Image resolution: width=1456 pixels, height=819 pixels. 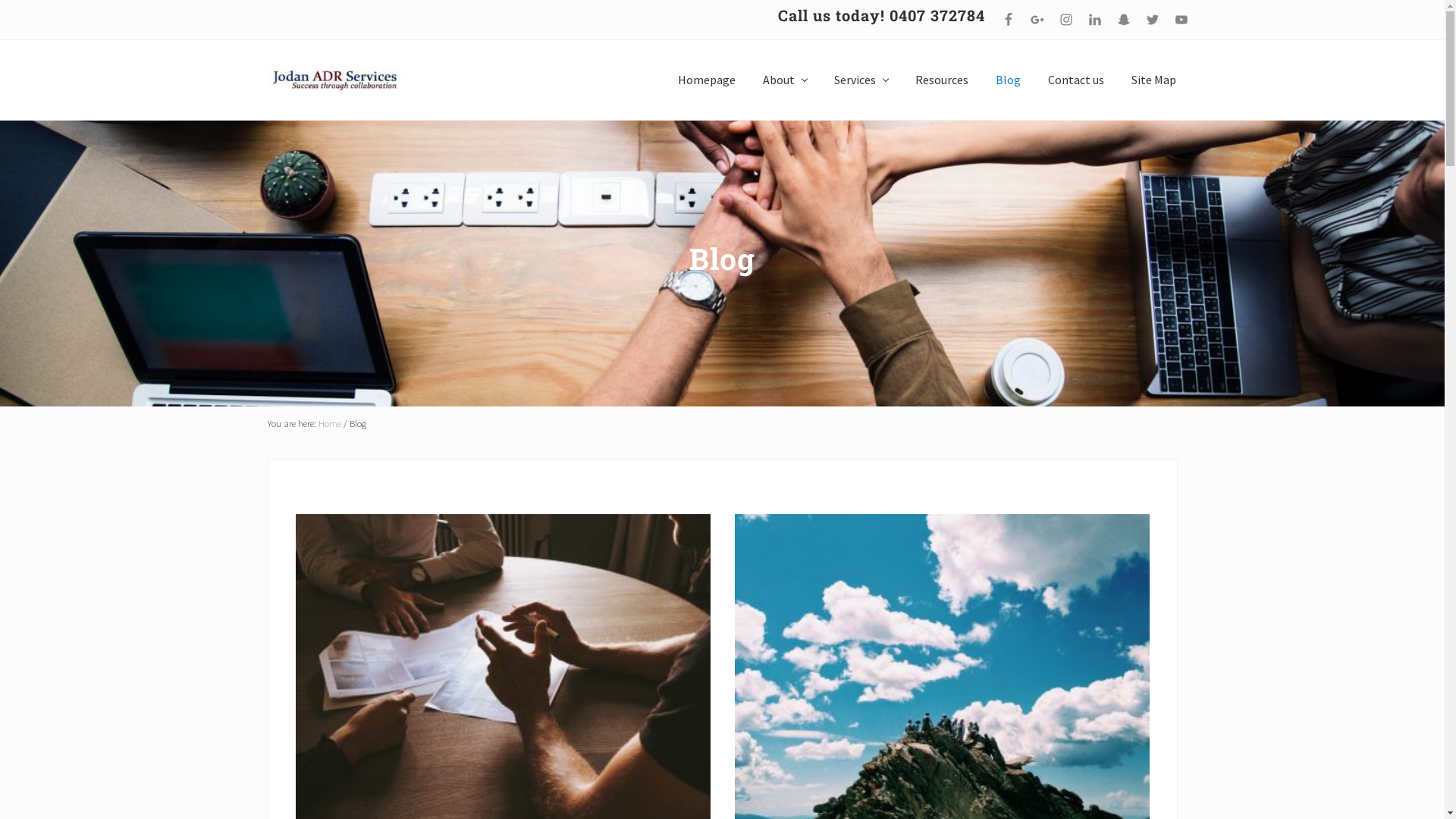 I want to click on 'Instagram', so click(x=1065, y=20).